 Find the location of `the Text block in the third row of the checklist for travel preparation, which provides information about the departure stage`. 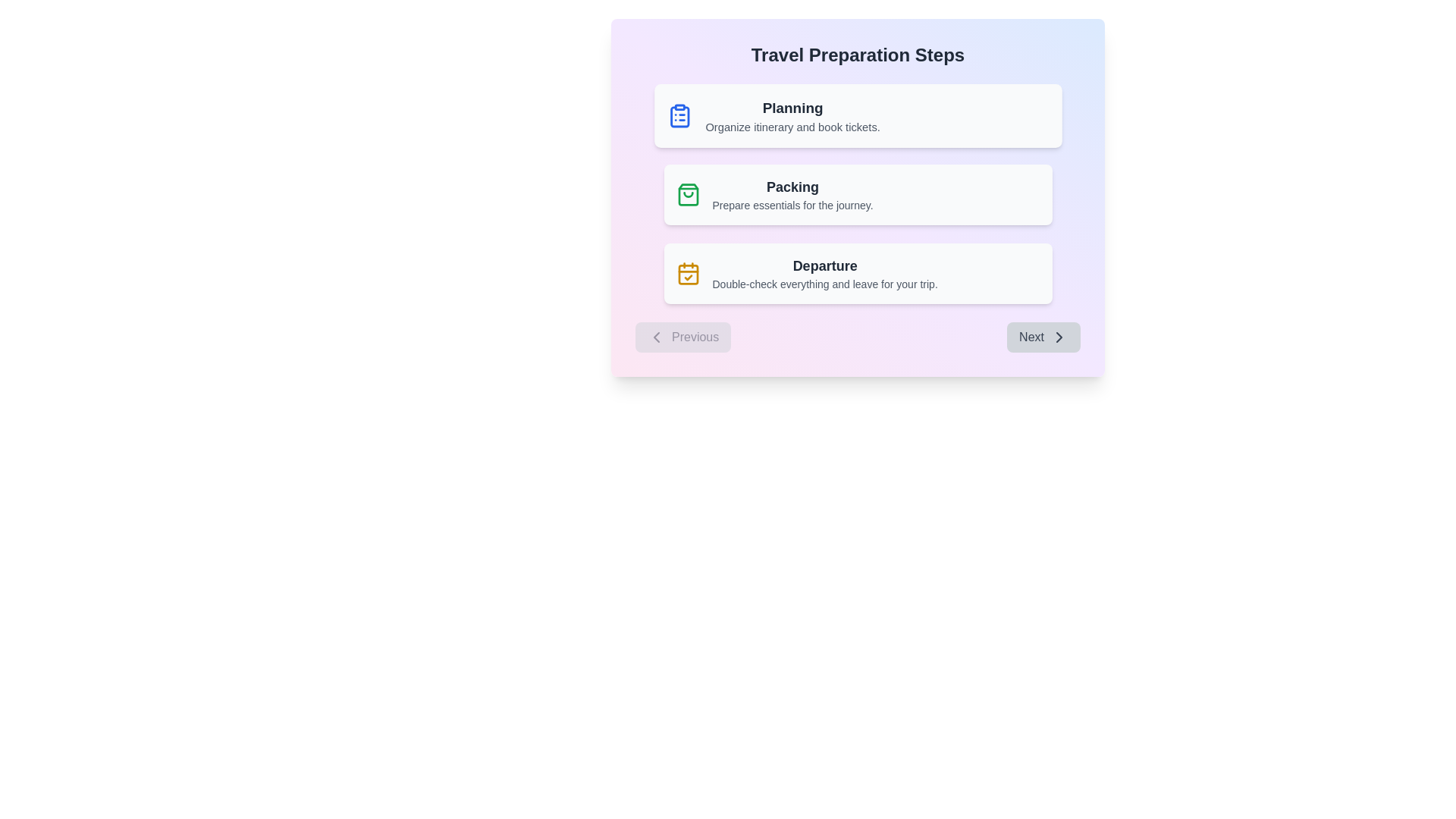

the Text block in the third row of the checklist for travel preparation, which provides information about the departure stage is located at coordinates (824, 274).